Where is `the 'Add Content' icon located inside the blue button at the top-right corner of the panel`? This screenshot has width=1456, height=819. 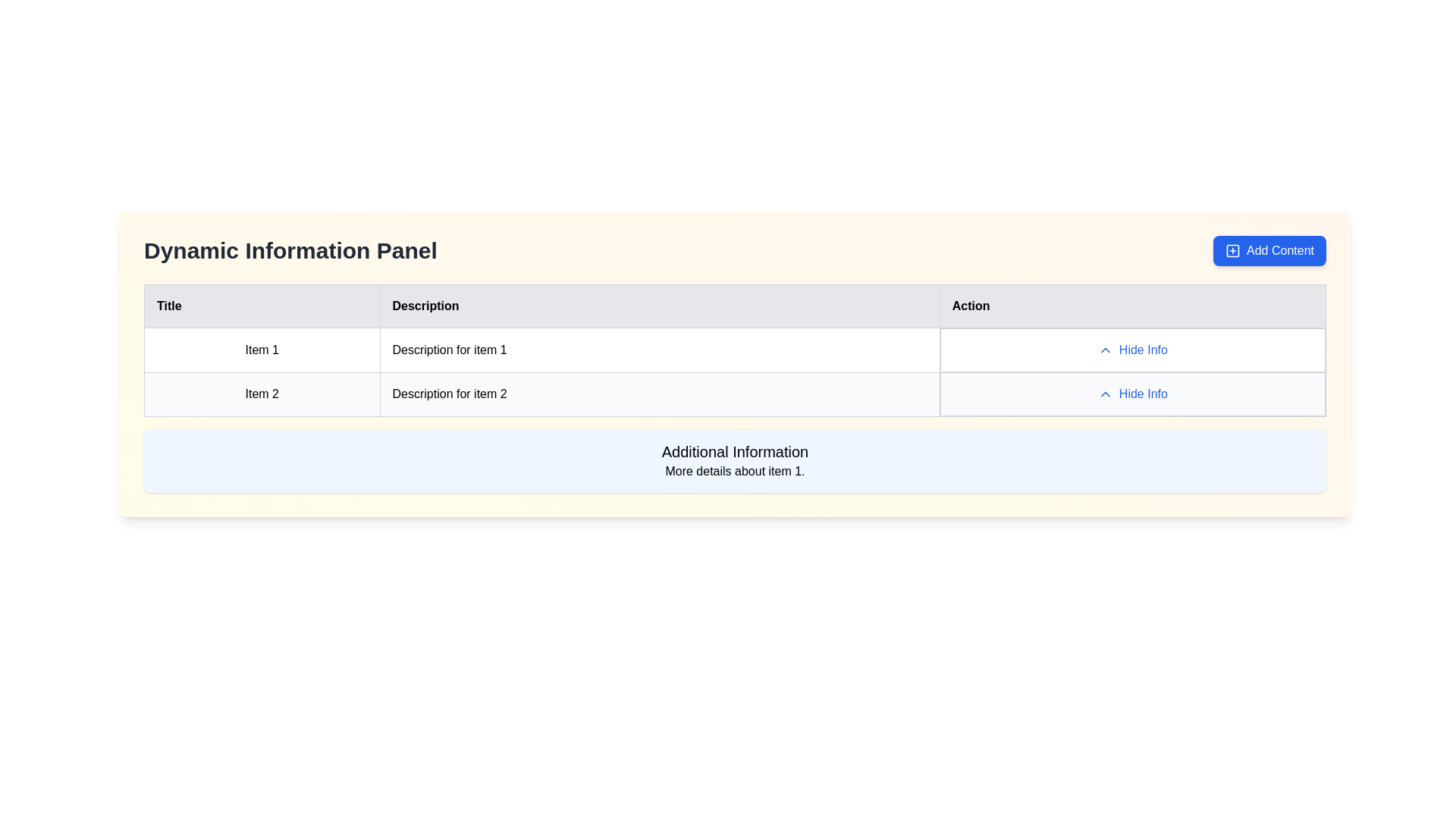
the 'Add Content' icon located inside the blue button at the top-right corner of the panel is located at coordinates (1233, 250).